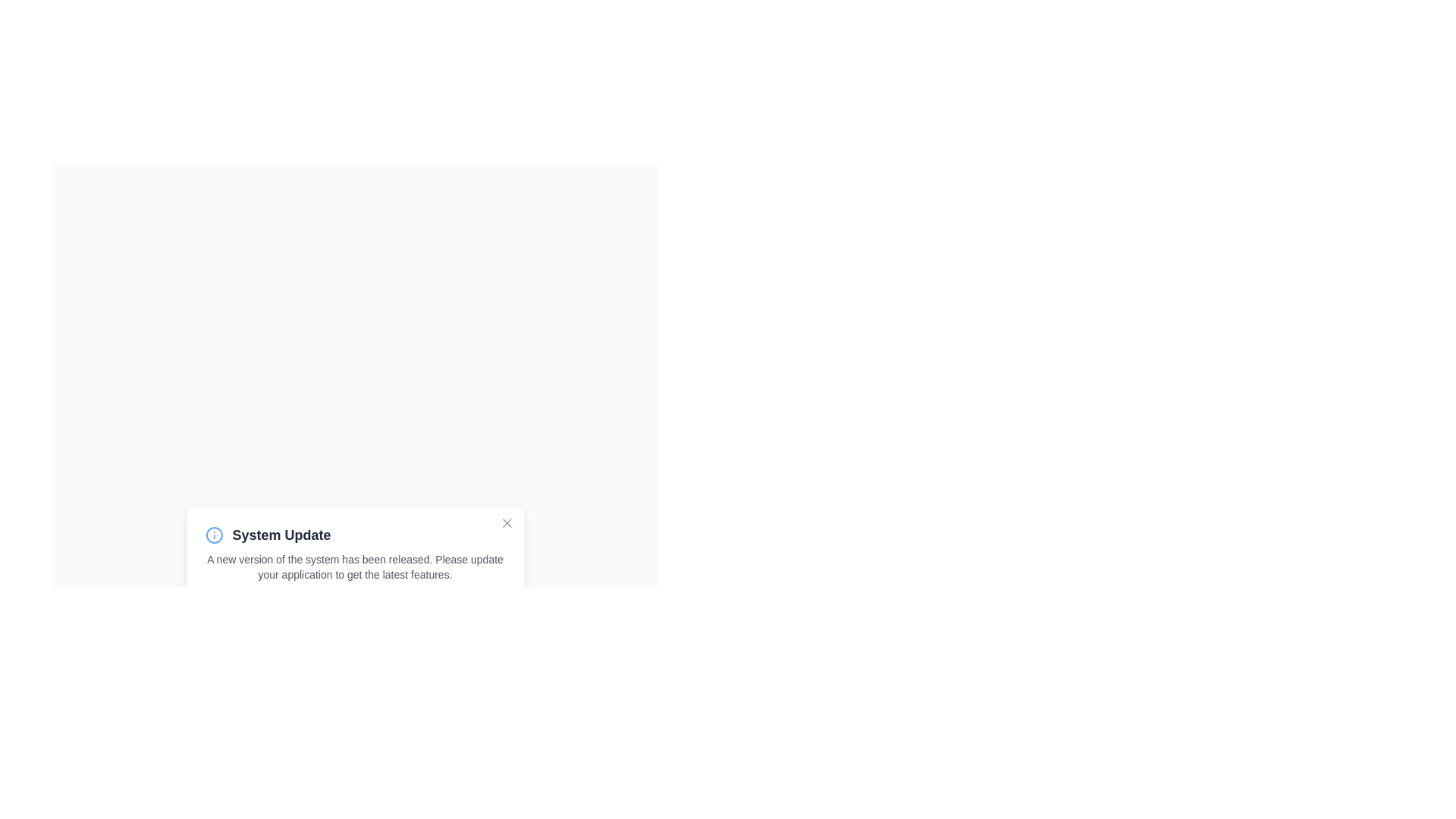 This screenshot has width=1456, height=819. I want to click on the close button icon, which appears as a cross, located at the top-right corner of the 'System Update' popup notification, so click(507, 522).